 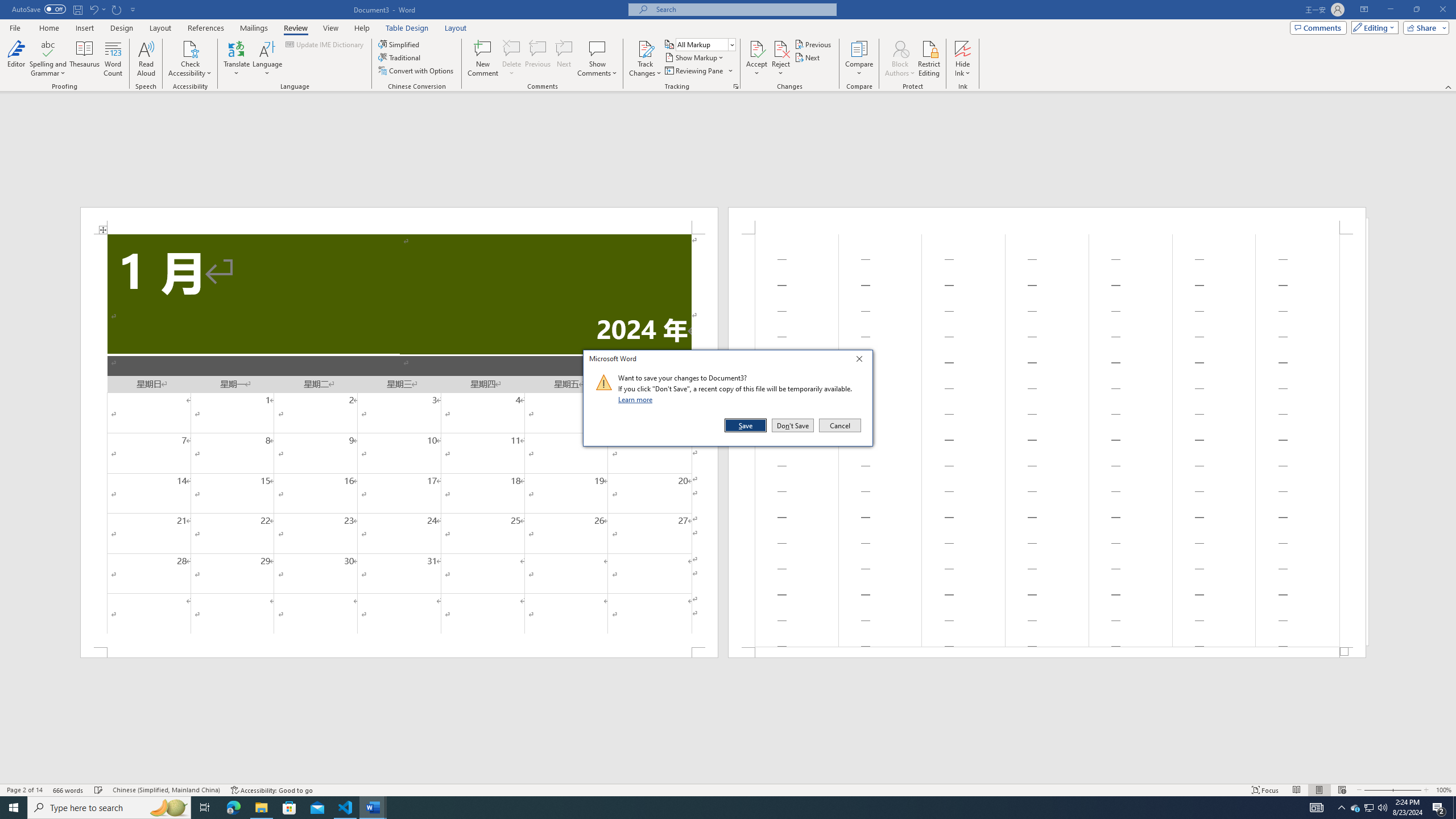 I want to click on 'Check Accessibility', so click(x=190, y=59).